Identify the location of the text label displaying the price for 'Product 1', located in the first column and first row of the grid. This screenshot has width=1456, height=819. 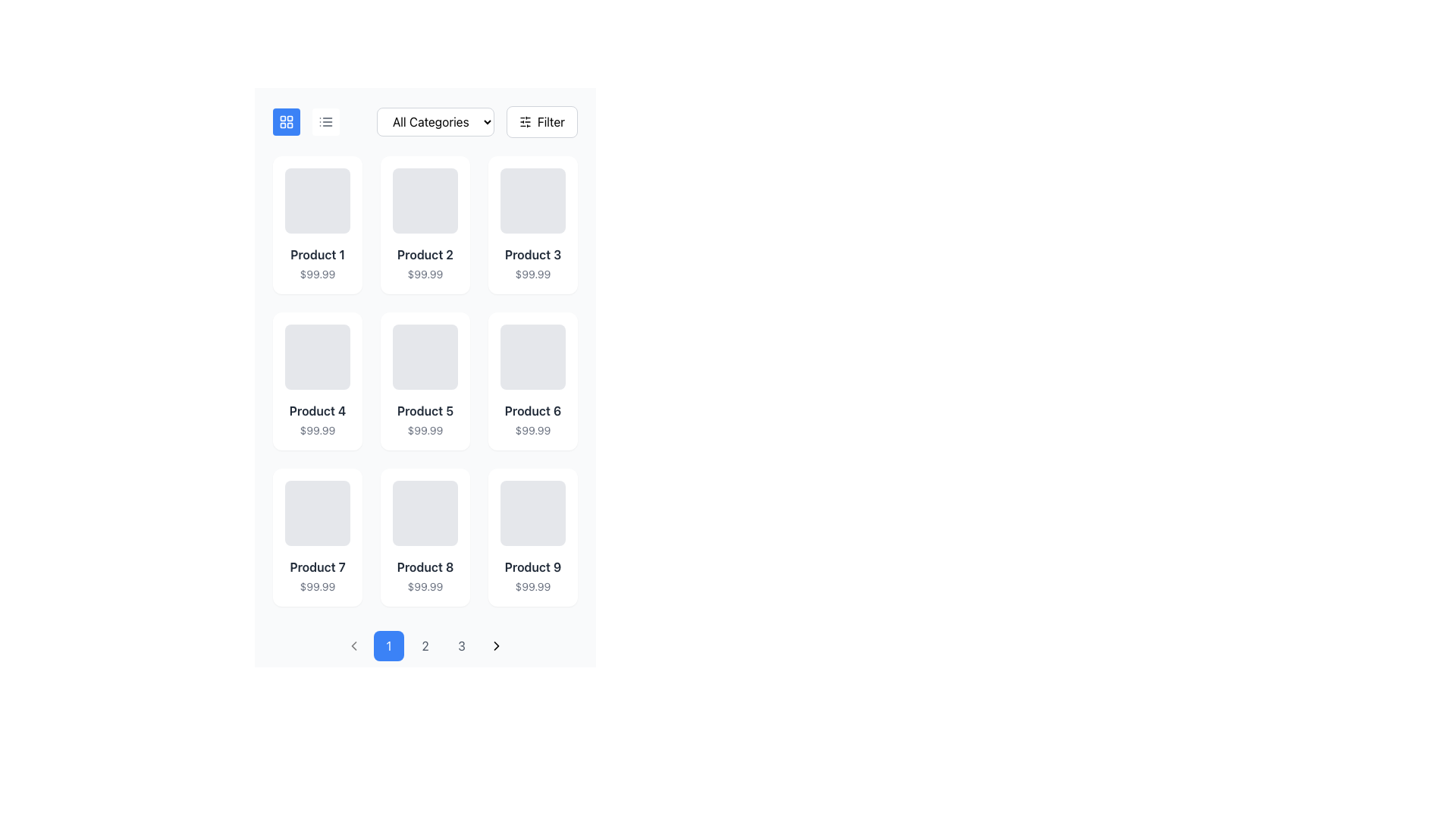
(316, 275).